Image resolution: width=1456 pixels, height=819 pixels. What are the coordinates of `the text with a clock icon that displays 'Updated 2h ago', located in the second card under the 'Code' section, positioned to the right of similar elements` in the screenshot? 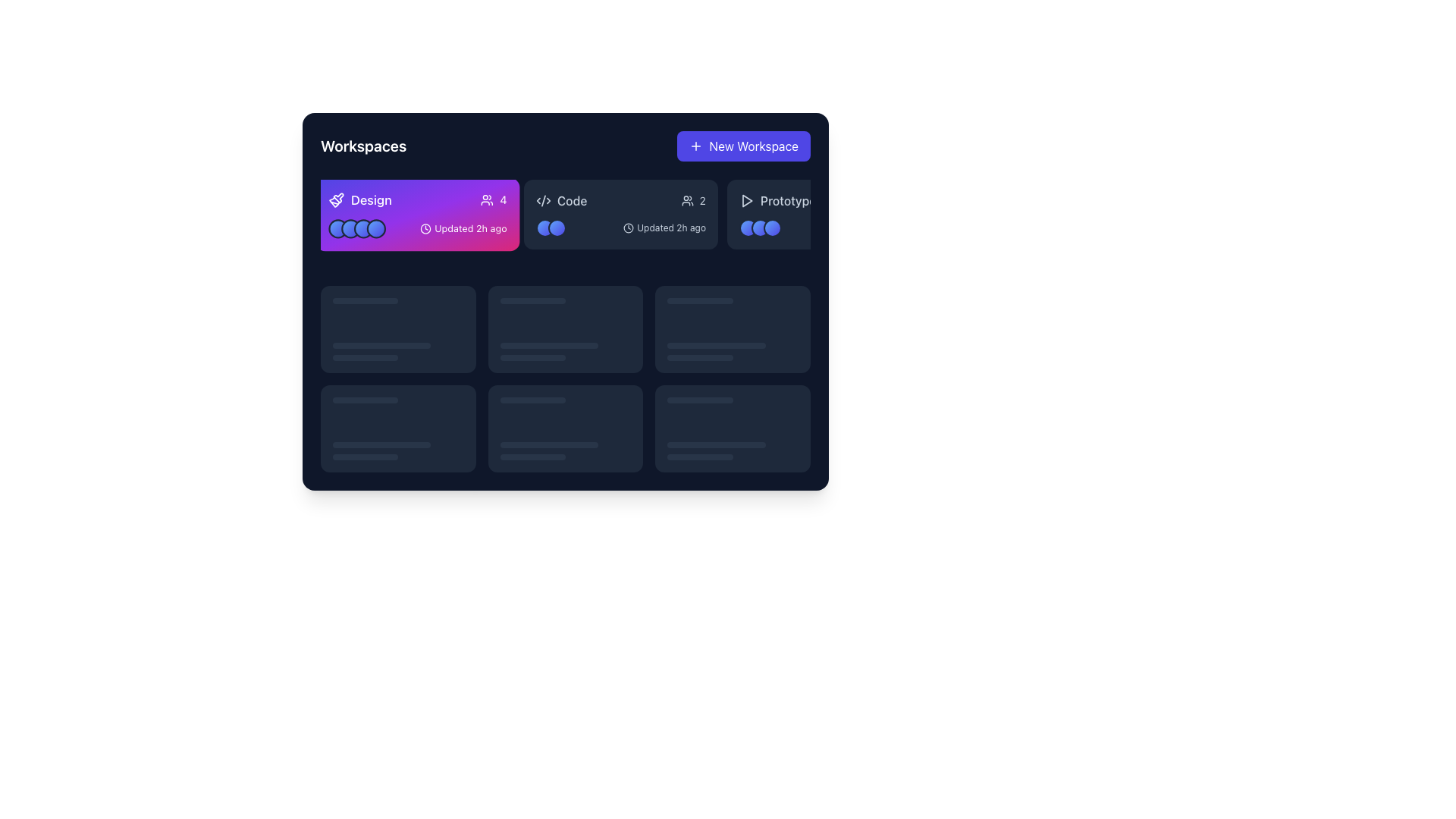 It's located at (664, 227).